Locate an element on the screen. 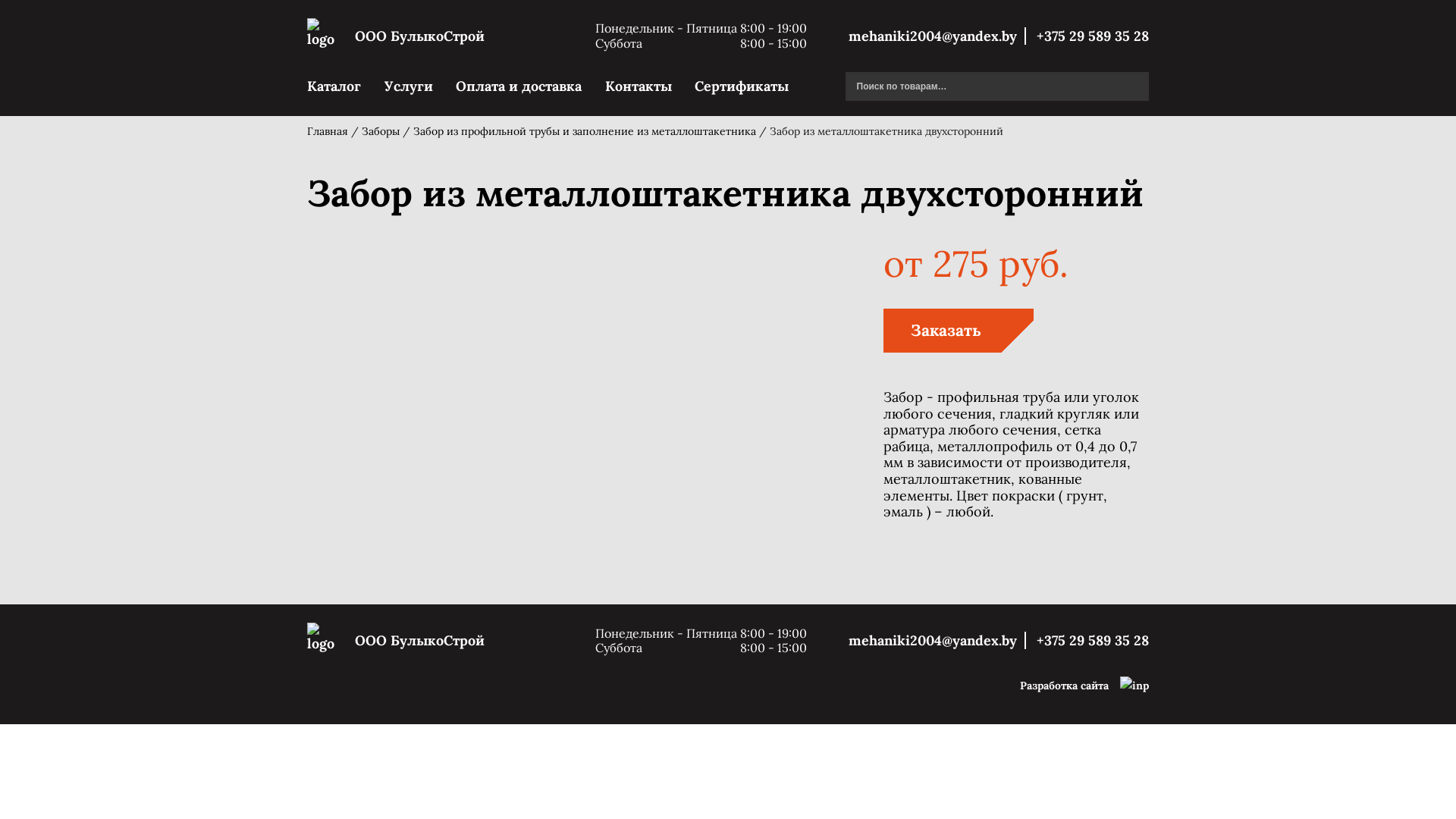  '+375 29 589 35 28' is located at coordinates (1087, 640).